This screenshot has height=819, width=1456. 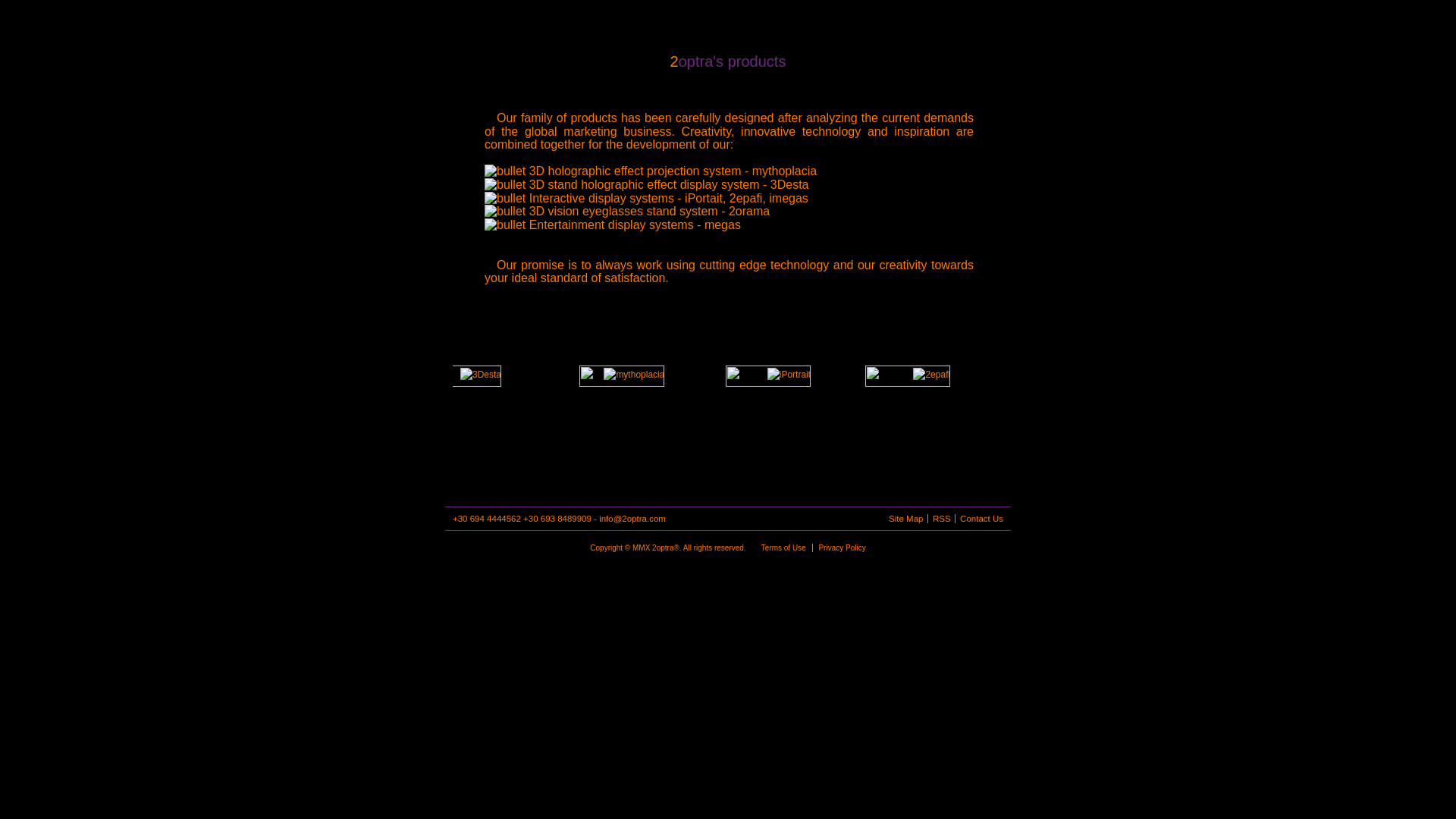 What do you see at coordinates (799, 20) in the screenshot?
I see `'news'` at bounding box center [799, 20].